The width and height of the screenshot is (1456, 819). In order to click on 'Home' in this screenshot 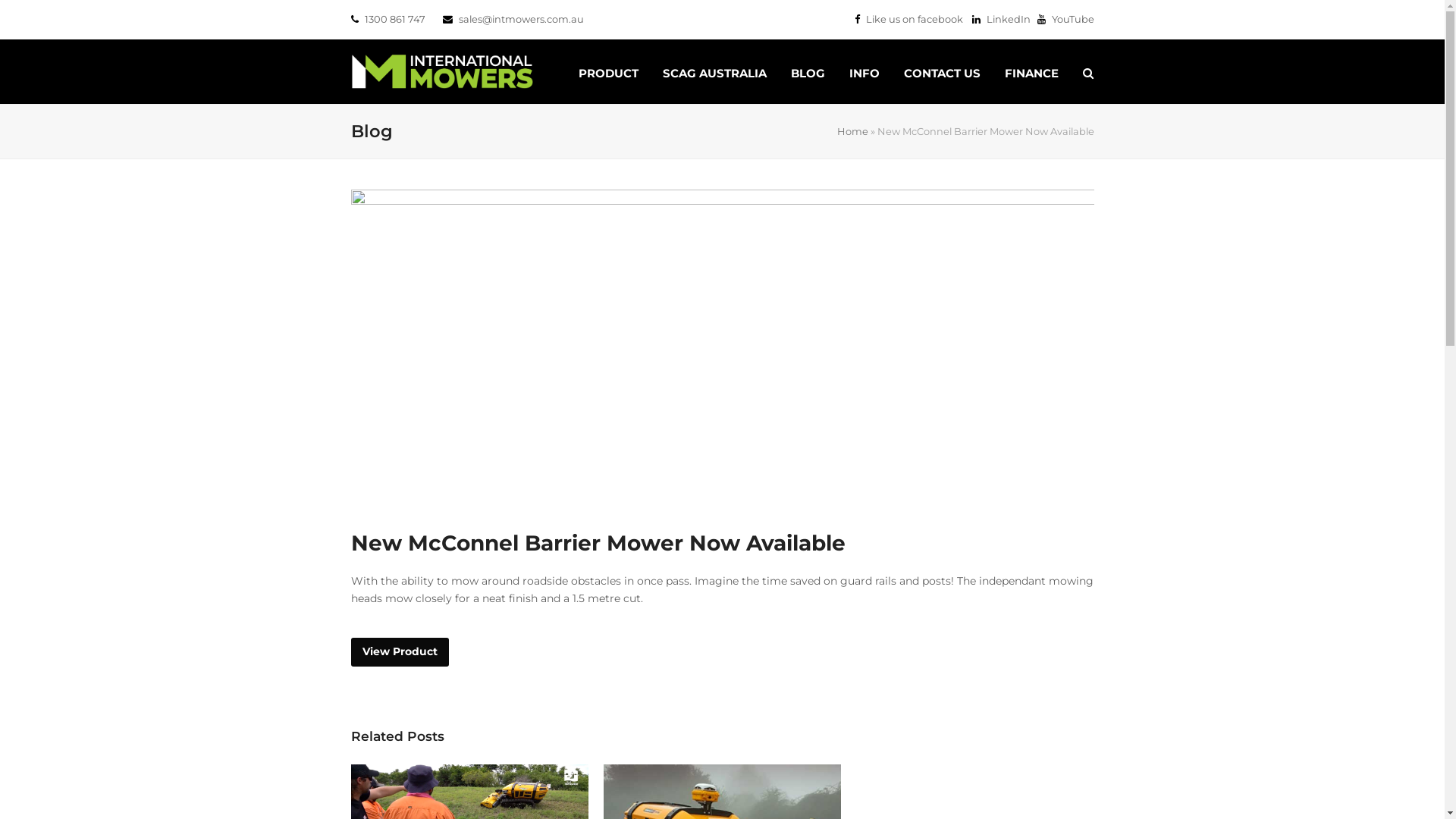, I will do `click(852, 130)`.